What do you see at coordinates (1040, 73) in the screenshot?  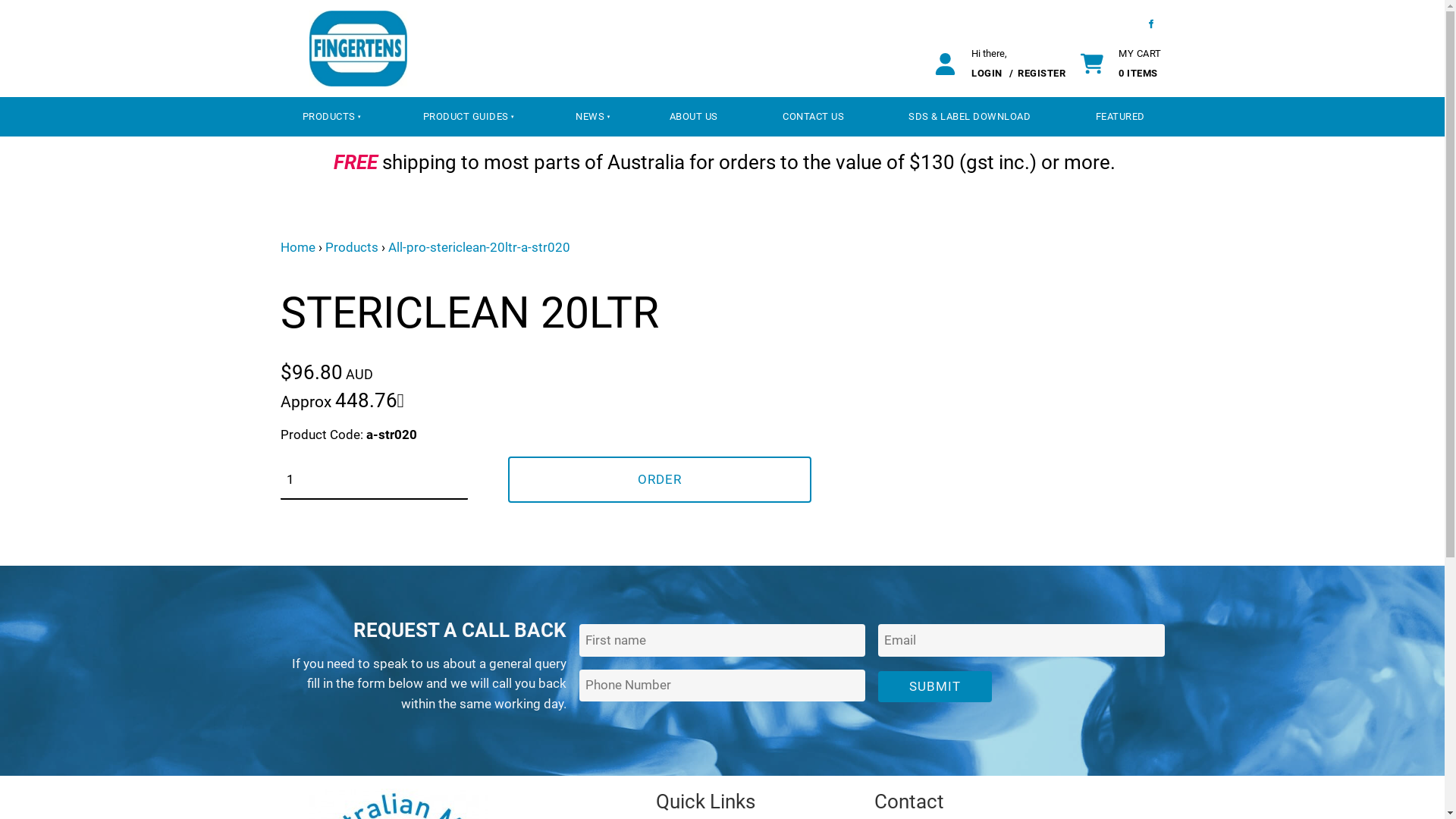 I see `'REGISTER'` at bounding box center [1040, 73].